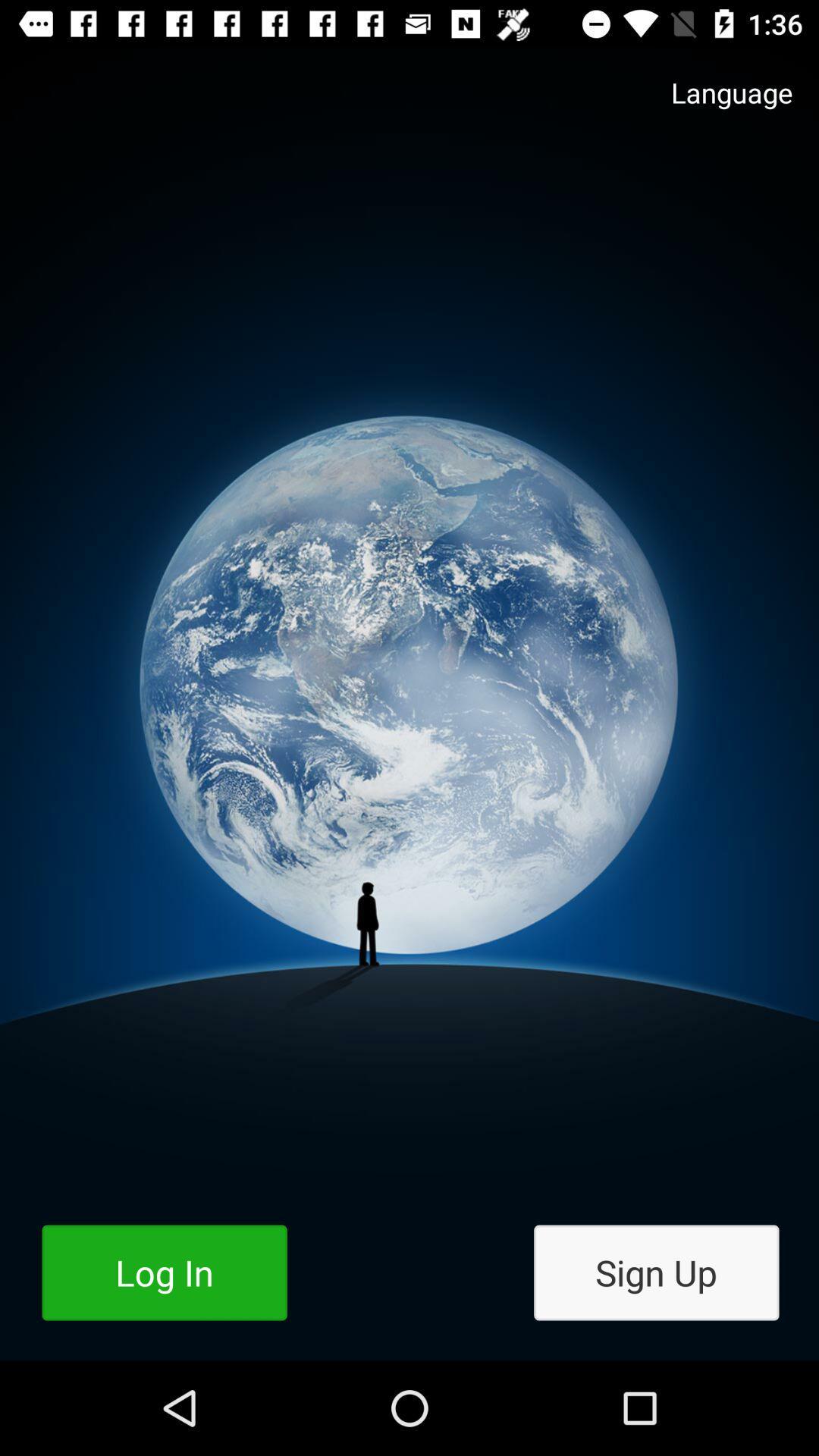  I want to click on item to the right of the log in icon, so click(655, 1272).